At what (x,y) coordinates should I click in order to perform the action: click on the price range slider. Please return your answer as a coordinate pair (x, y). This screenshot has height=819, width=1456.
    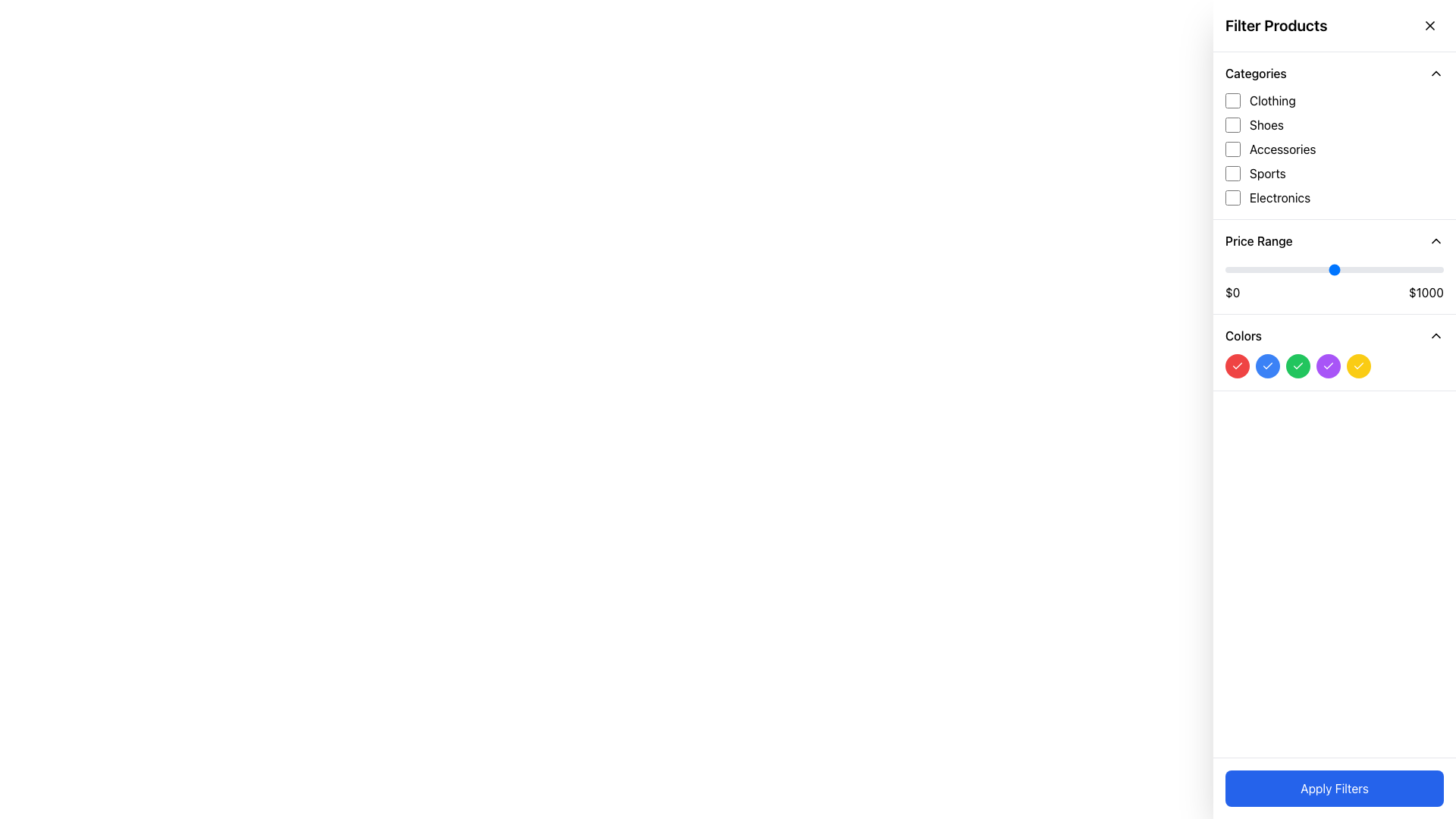
    Looking at the image, I should click on (1294, 268).